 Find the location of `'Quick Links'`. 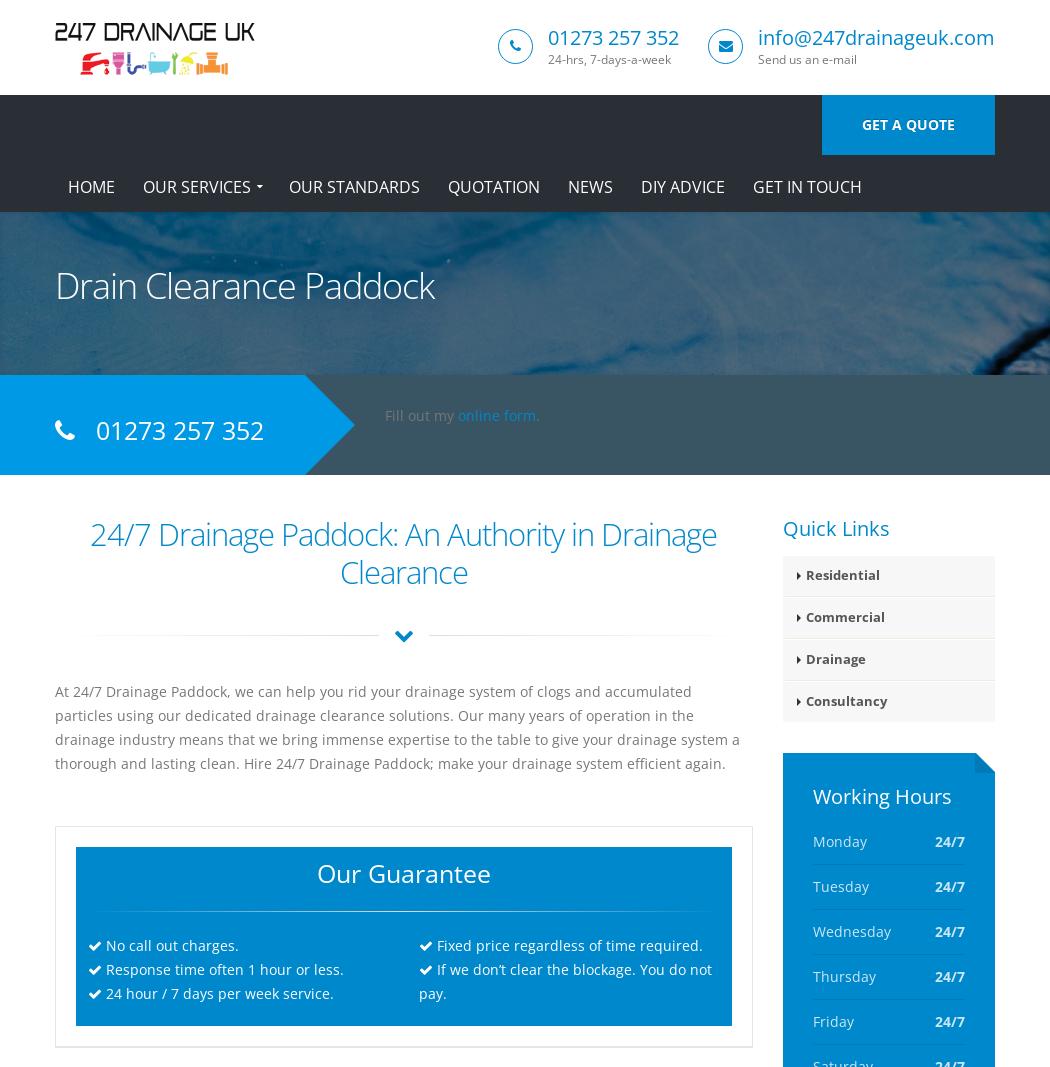

'Quick Links' is located at coordinates (835, 527).